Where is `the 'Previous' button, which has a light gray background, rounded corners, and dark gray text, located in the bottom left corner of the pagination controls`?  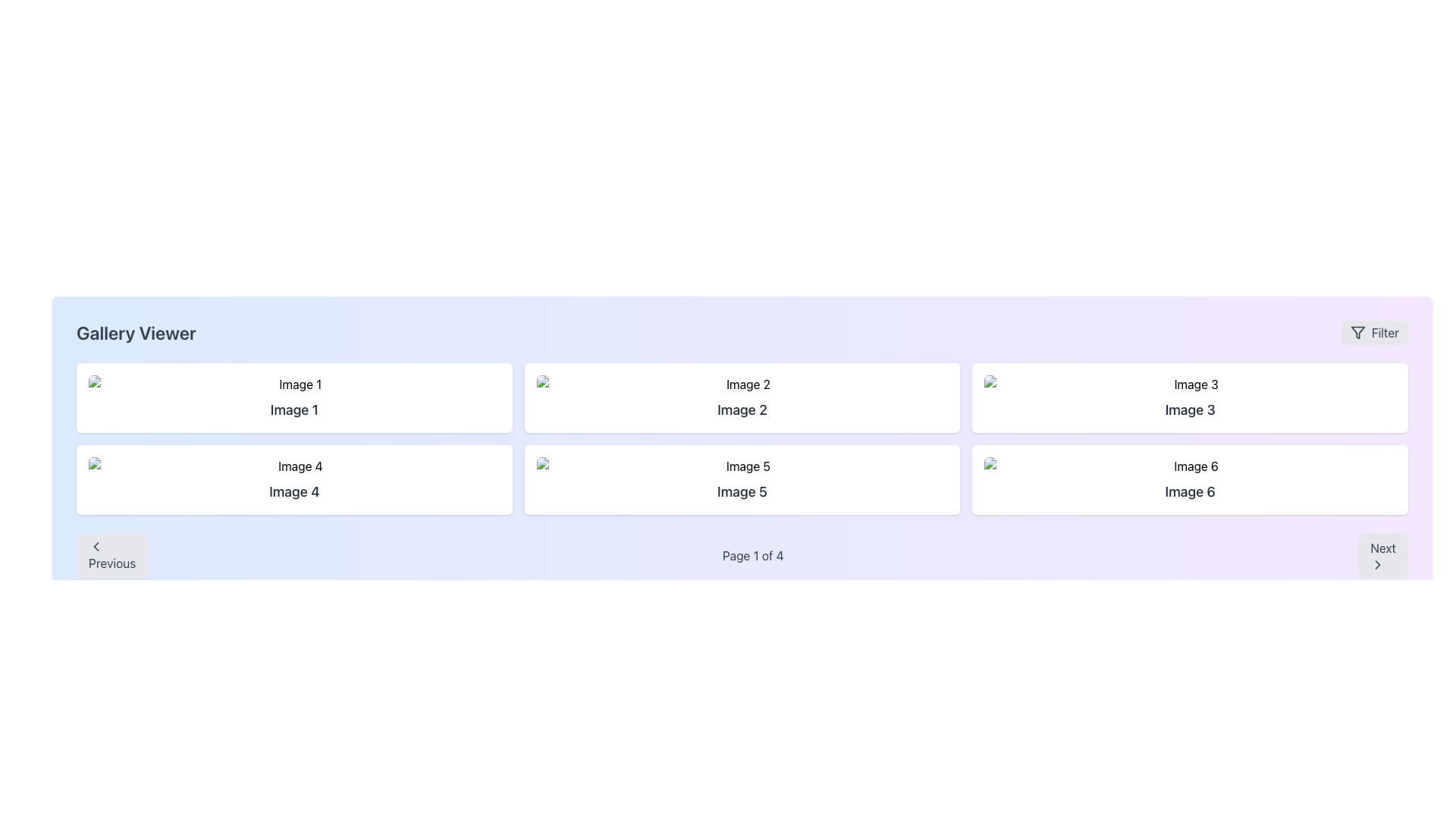
the 'Previous' button, which has a light gray background, rounded corners, and dark gray text, located in the bottom left corner of the pagination controls is located at coordinates (111, 555).